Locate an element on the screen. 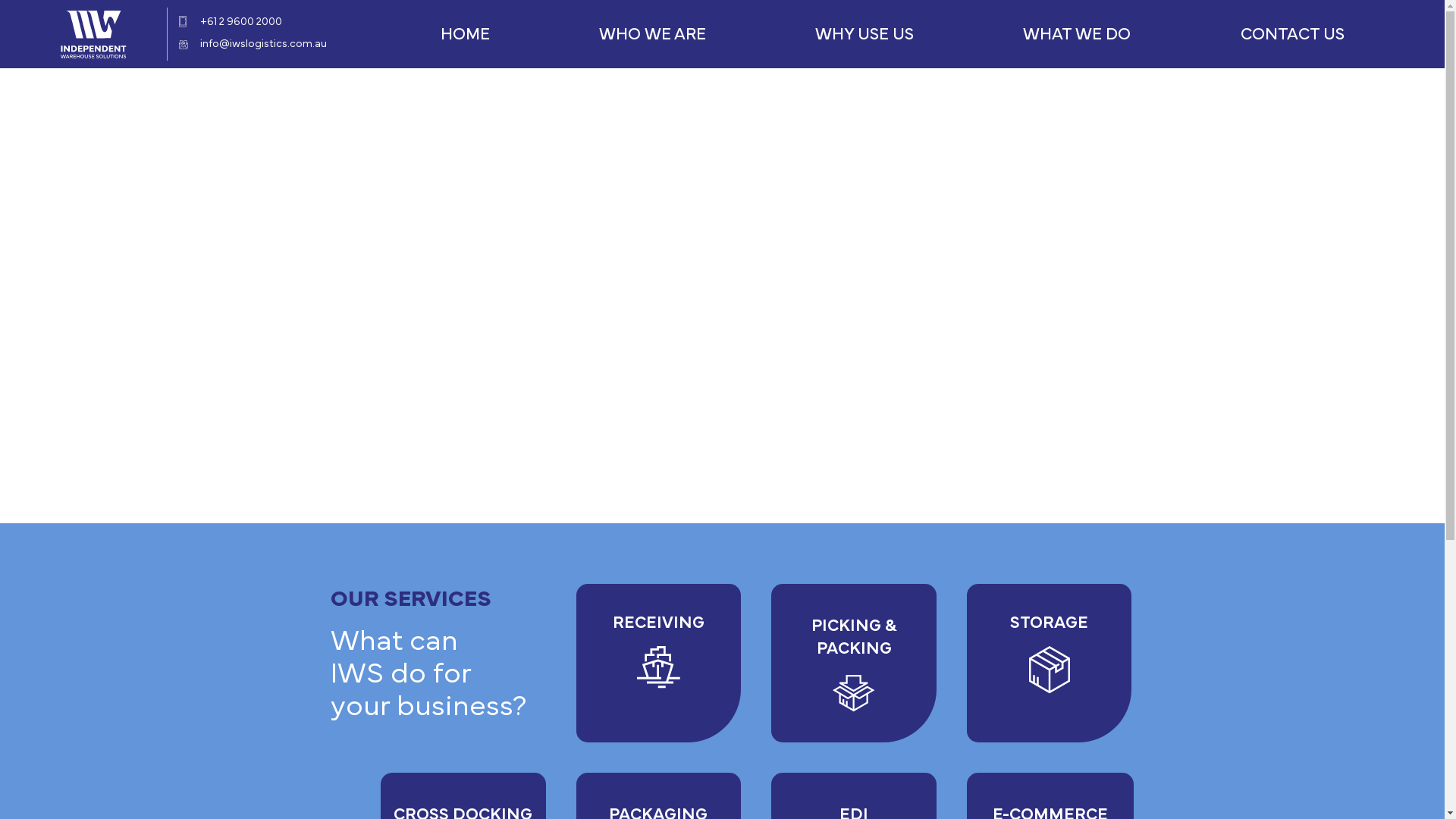 The image size is (1456, 819). '+61 2 9600 2000' is located at coordinates (240, 22).